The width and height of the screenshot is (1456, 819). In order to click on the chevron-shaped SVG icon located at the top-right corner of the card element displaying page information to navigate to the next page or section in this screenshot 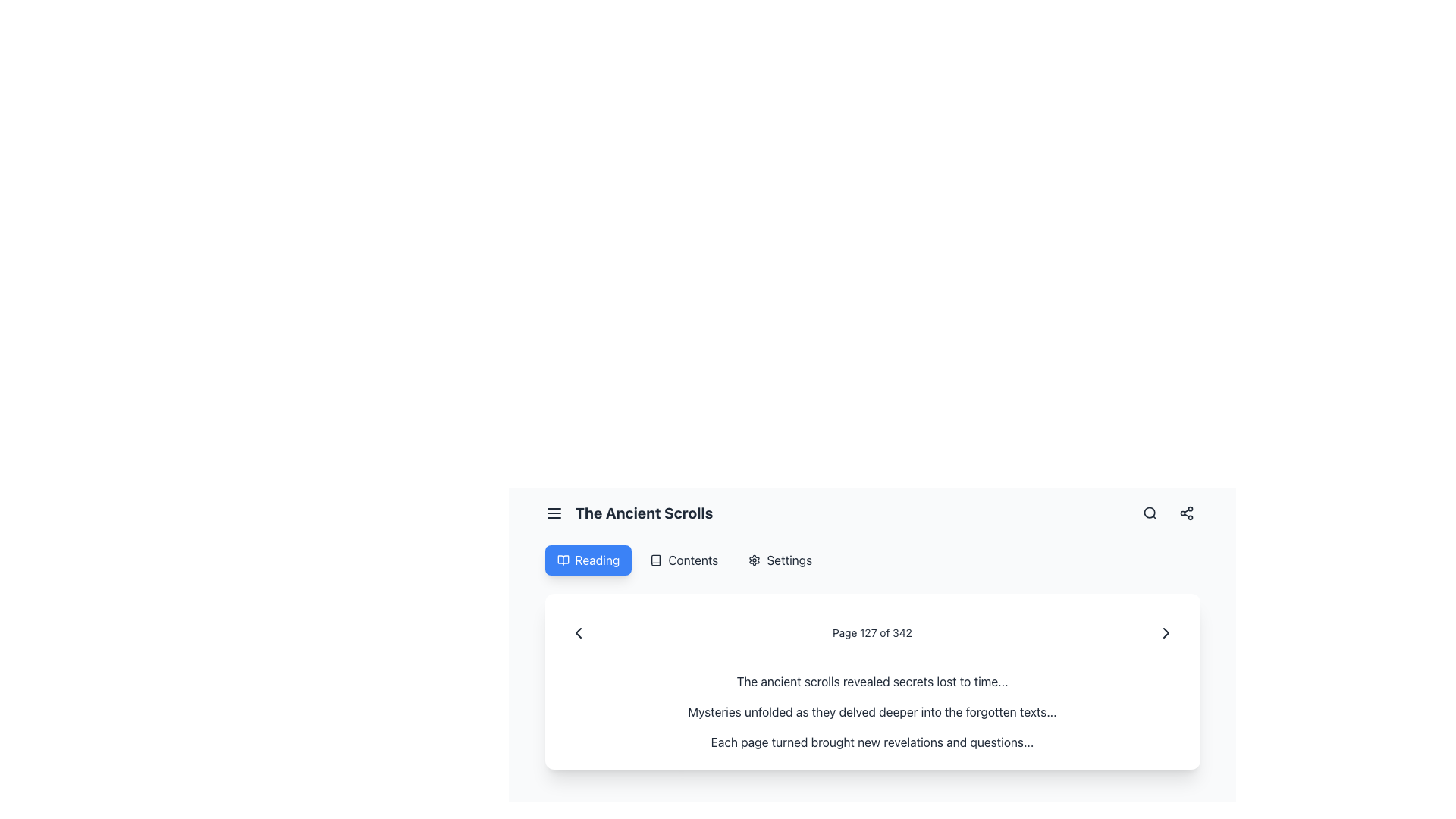, I will do `click(1166, 632)`.